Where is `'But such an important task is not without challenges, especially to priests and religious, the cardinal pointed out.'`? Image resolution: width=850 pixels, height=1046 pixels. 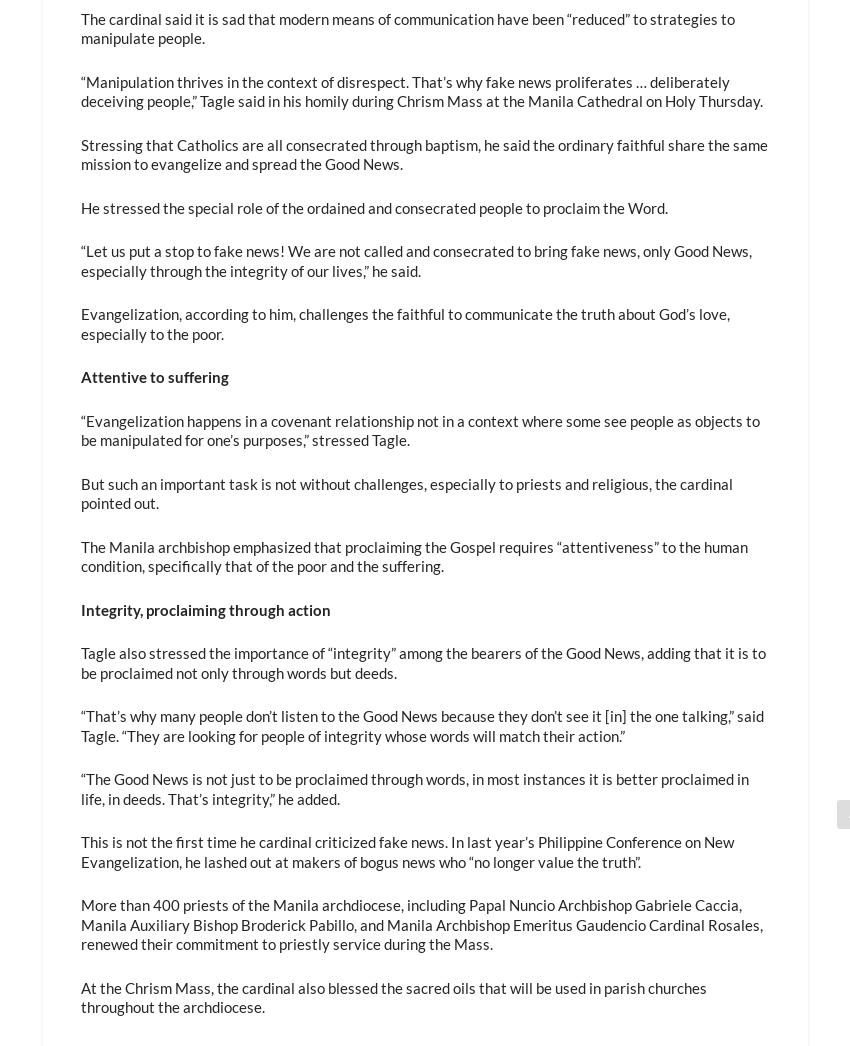 'But such an important task is not without challenges, especially to priests and religious, the cardinal pointed out.' is located at coordinates (79, 492).